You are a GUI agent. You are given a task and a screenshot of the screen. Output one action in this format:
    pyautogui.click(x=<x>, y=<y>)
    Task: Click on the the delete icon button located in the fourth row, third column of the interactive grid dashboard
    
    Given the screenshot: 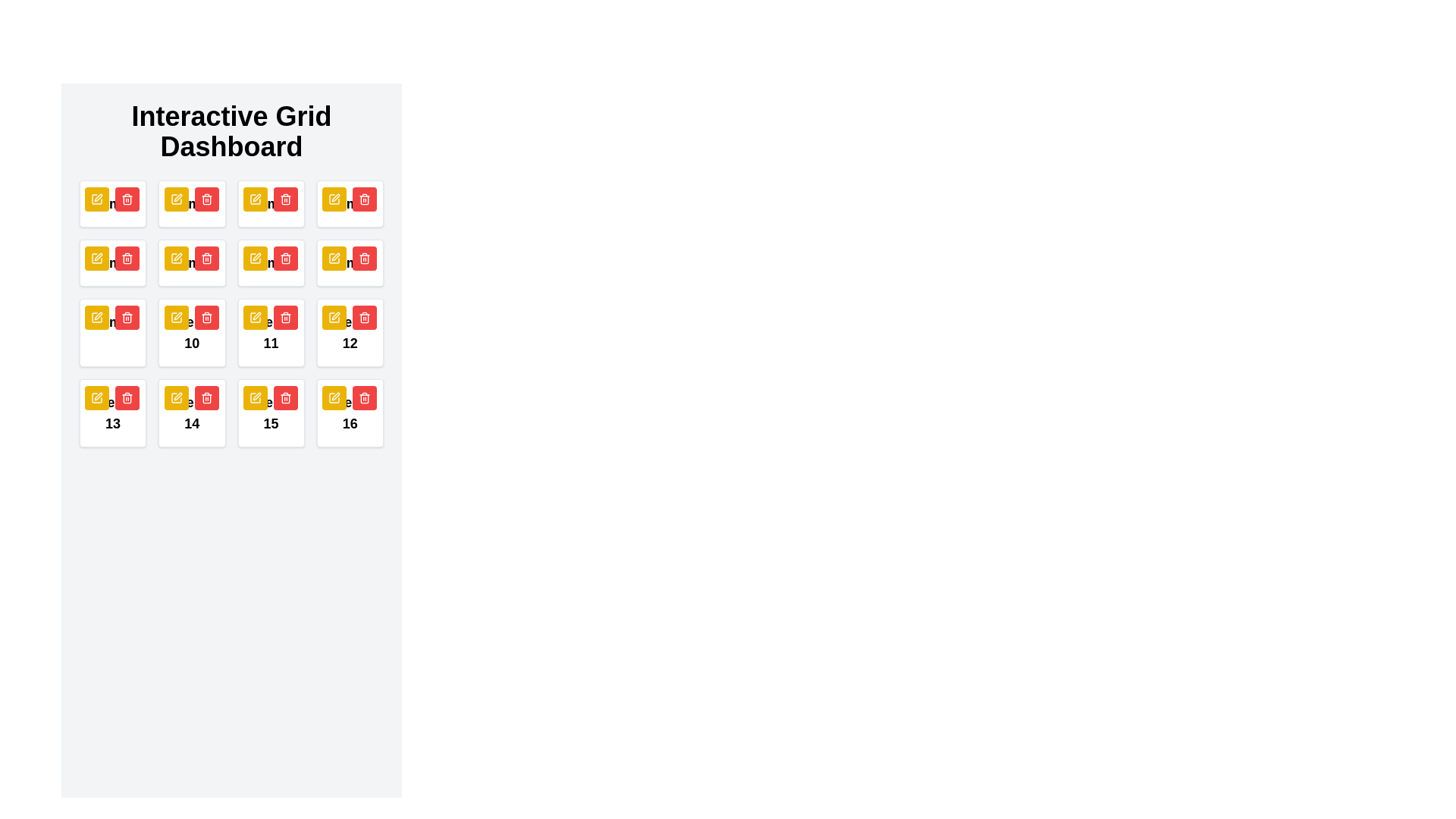 What is the action you would take?
    pyautogui.click(x=206, y=317)
    